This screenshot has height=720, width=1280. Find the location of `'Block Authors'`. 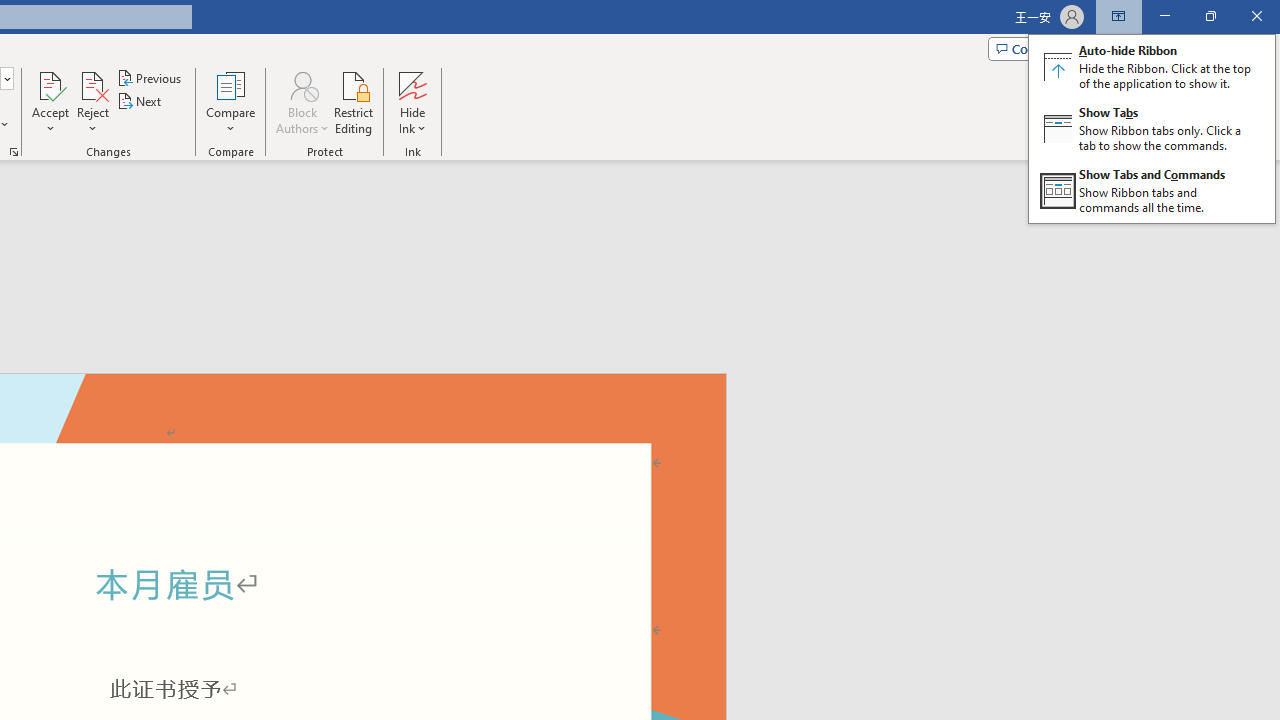

'Block Authors' is located at coordinates (301, 103).